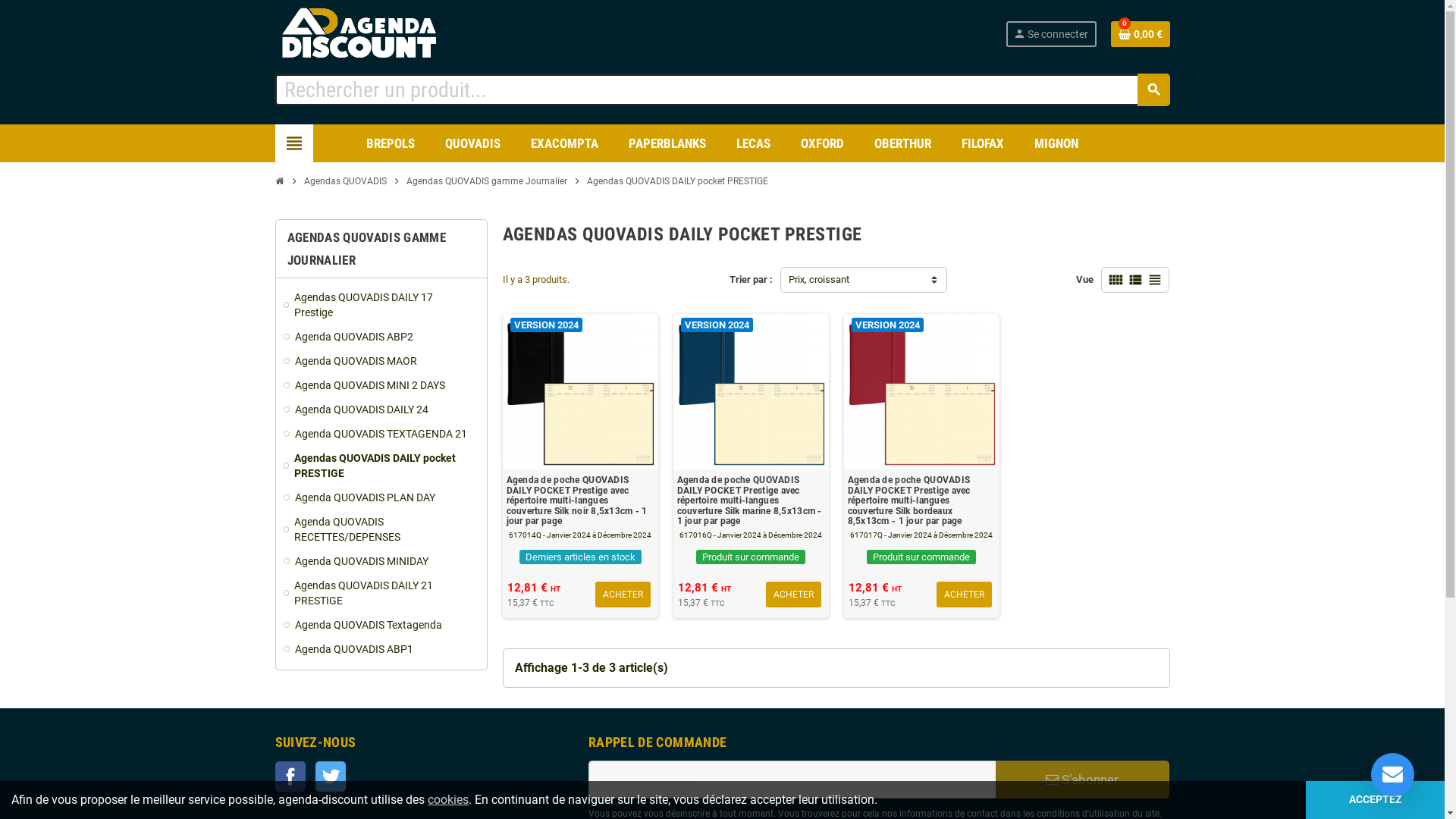 The height and width of the screenshot is (819, 1456). What do you see at coordinates (284, 529) in the screenshot?
I see `'Agenda QUOVADIS RECETTES/DEPENSES'` at bounding box center [284, 529].